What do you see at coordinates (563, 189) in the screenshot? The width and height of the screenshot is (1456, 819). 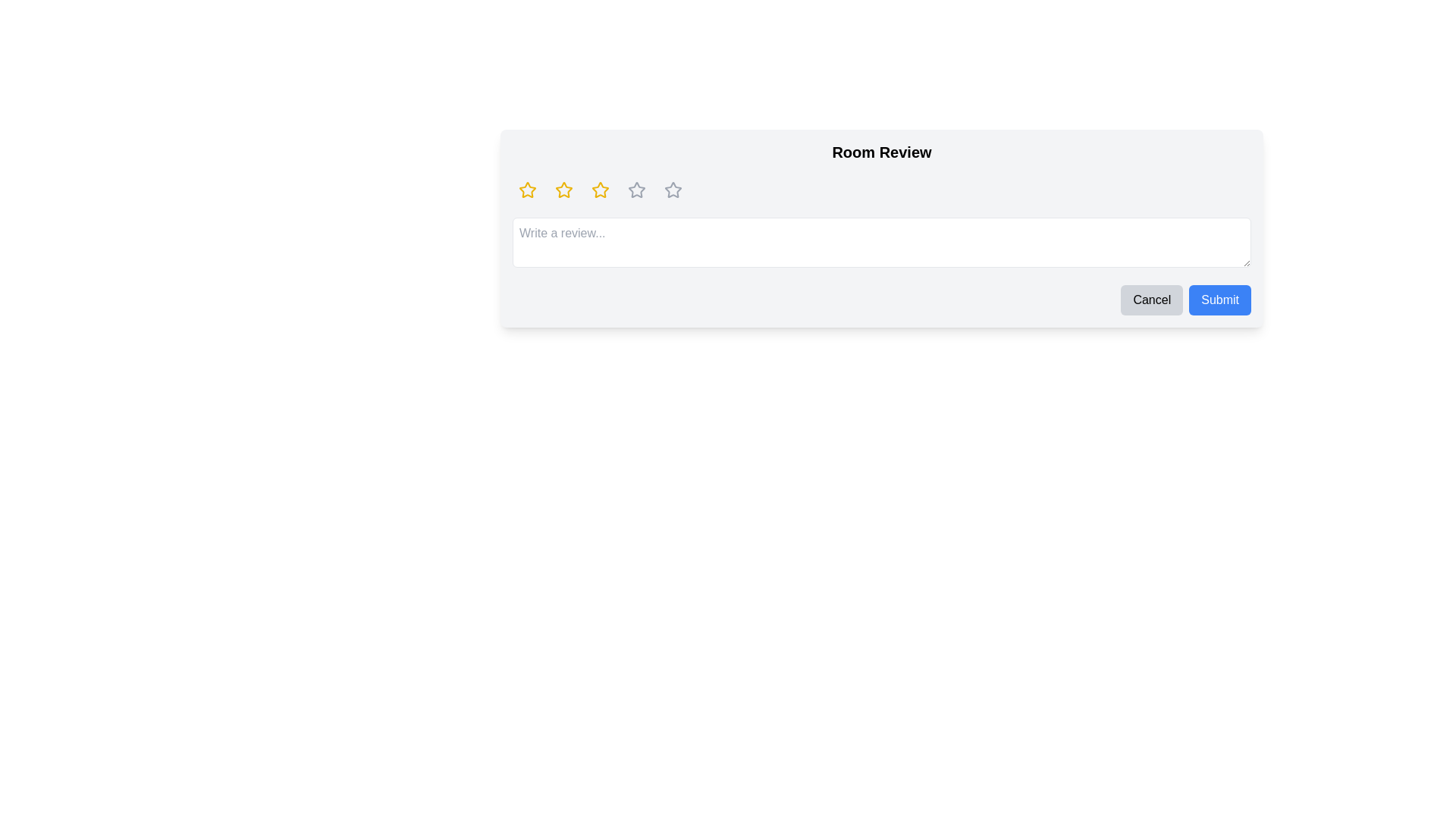 I see `the second star icon to rate as two stars in the rating and review section` at bounding box center [563, 189].